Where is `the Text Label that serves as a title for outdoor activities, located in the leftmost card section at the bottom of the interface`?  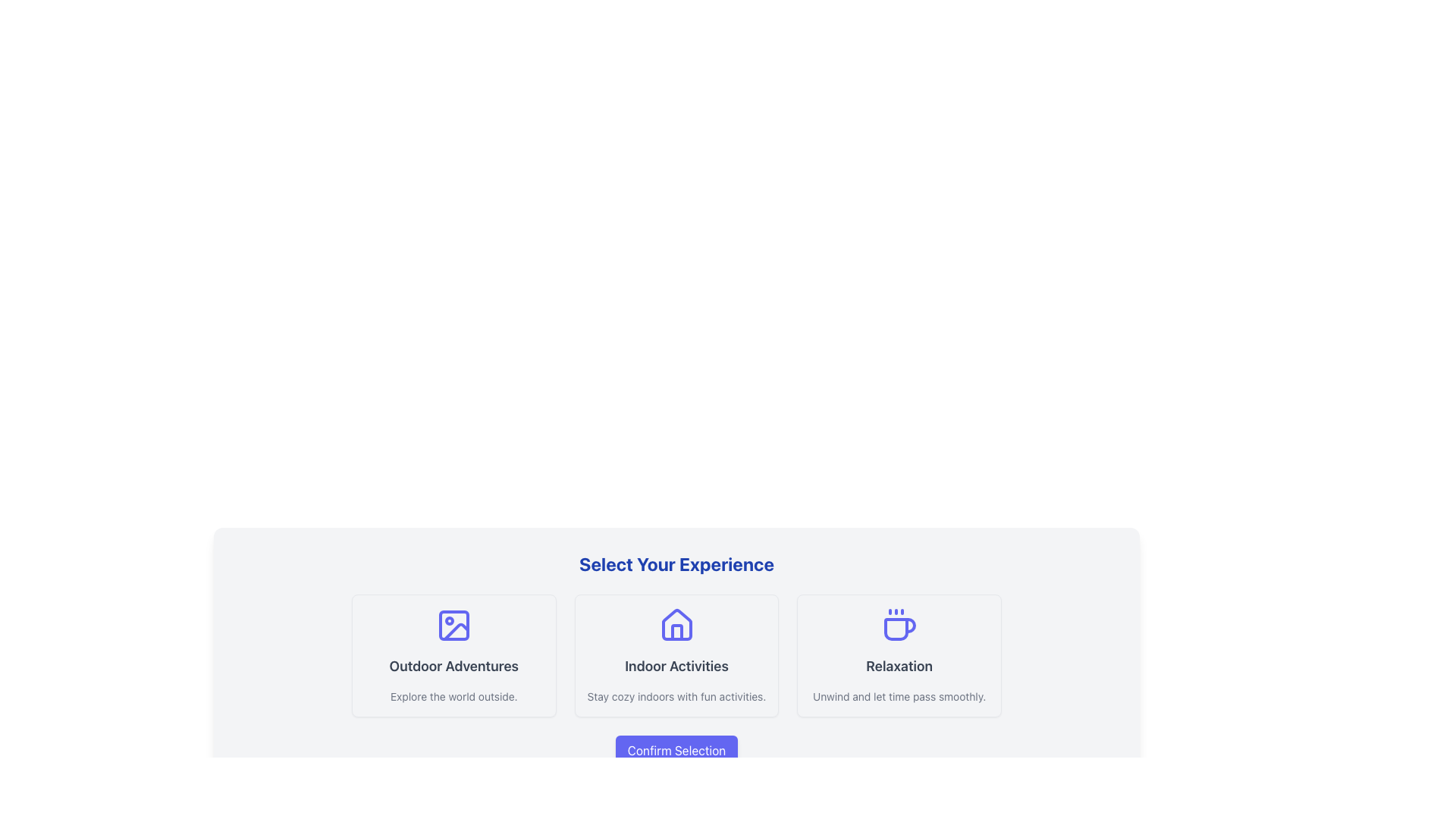
the Text Label that serves as a title for outdoor activities, located in the leftmost card section at the bottom of the interface is located at coordinates (453, 666).